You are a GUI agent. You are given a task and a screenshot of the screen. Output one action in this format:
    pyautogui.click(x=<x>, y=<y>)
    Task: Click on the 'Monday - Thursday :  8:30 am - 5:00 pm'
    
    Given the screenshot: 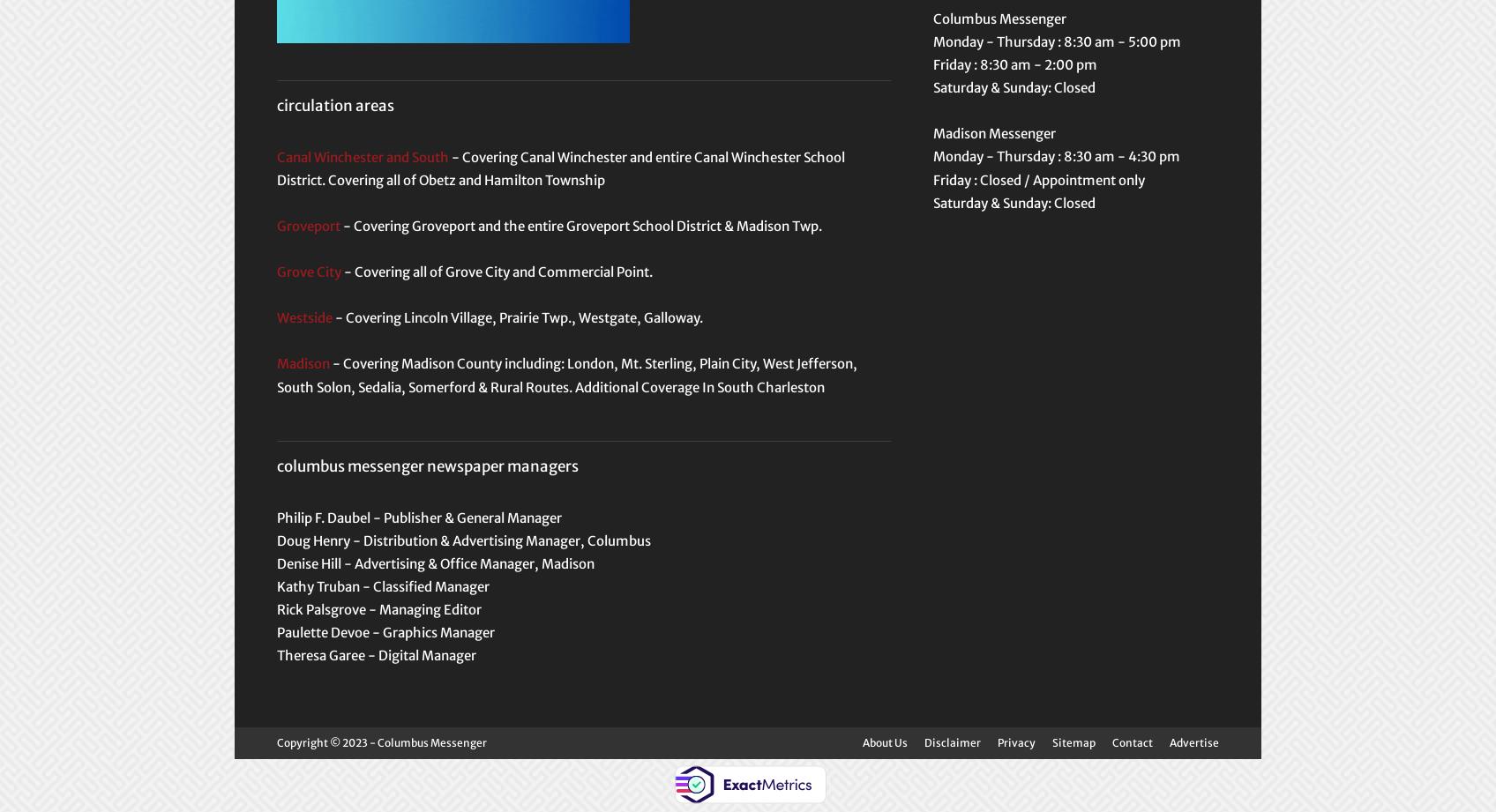 What is the action you would take?
    pyautogui.click(x=1057, y=41)
    